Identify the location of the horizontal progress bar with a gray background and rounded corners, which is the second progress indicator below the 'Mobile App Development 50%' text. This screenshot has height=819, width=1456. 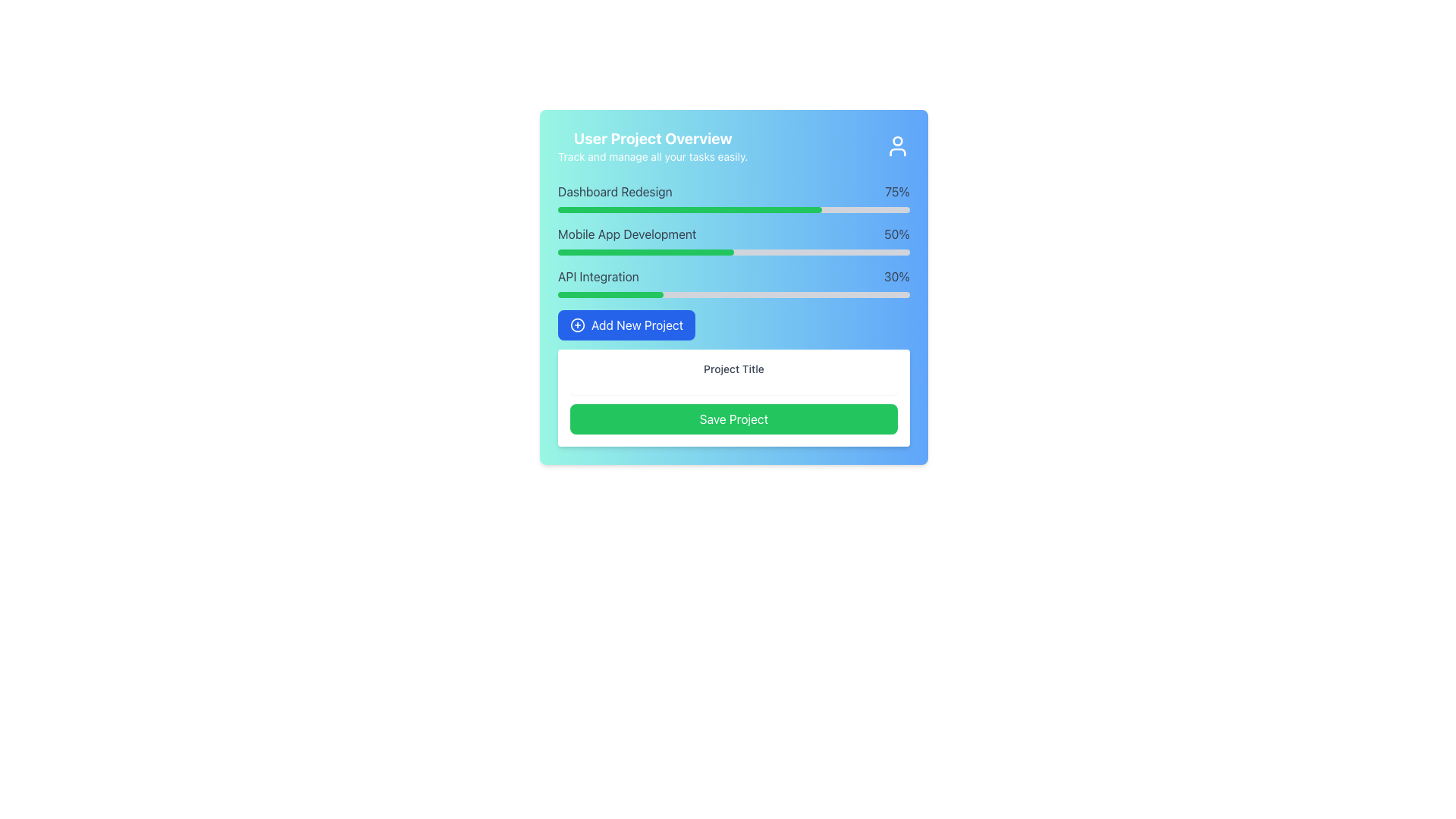
(734, 251).